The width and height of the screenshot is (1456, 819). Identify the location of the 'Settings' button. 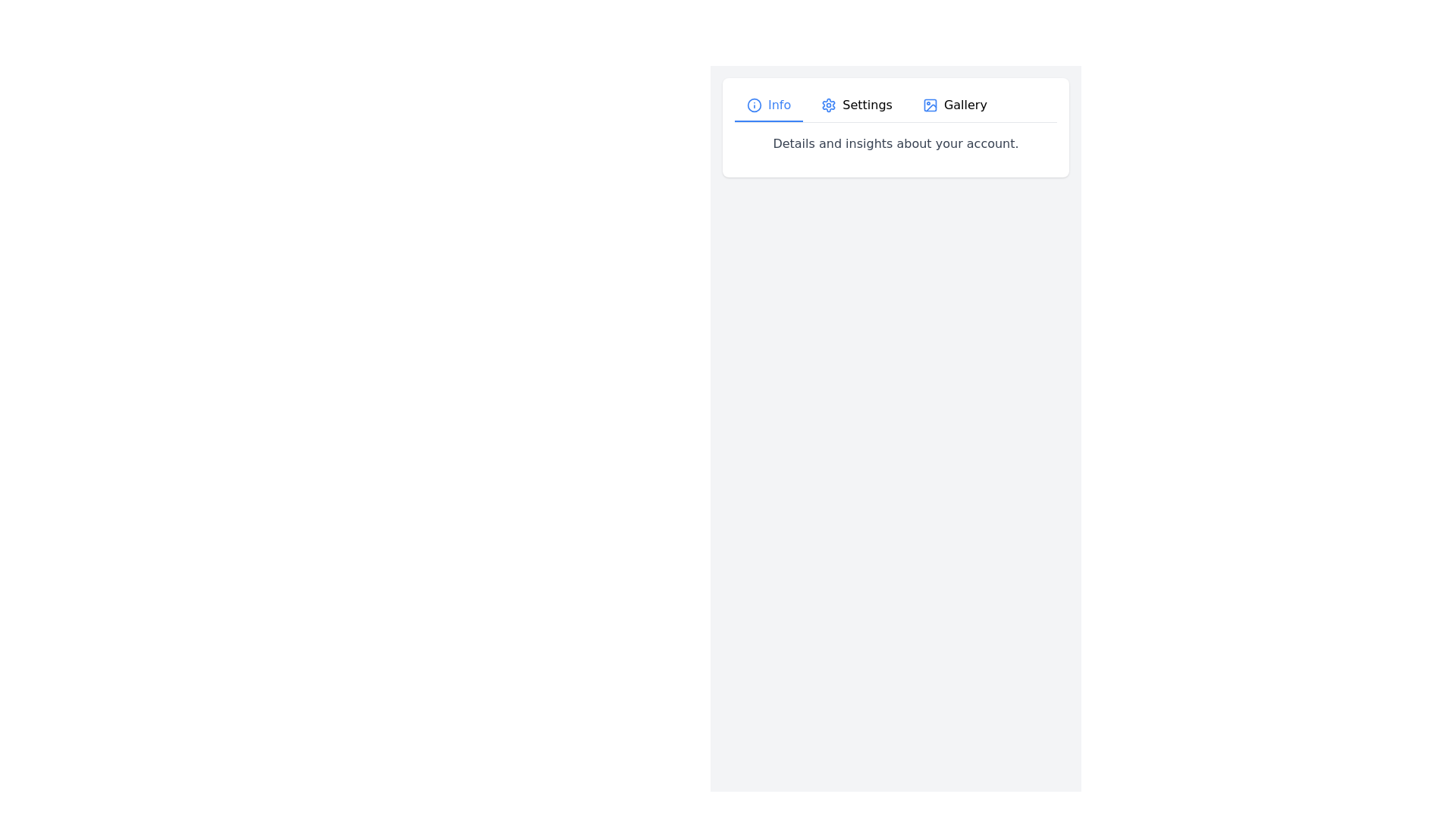
(857, 105).